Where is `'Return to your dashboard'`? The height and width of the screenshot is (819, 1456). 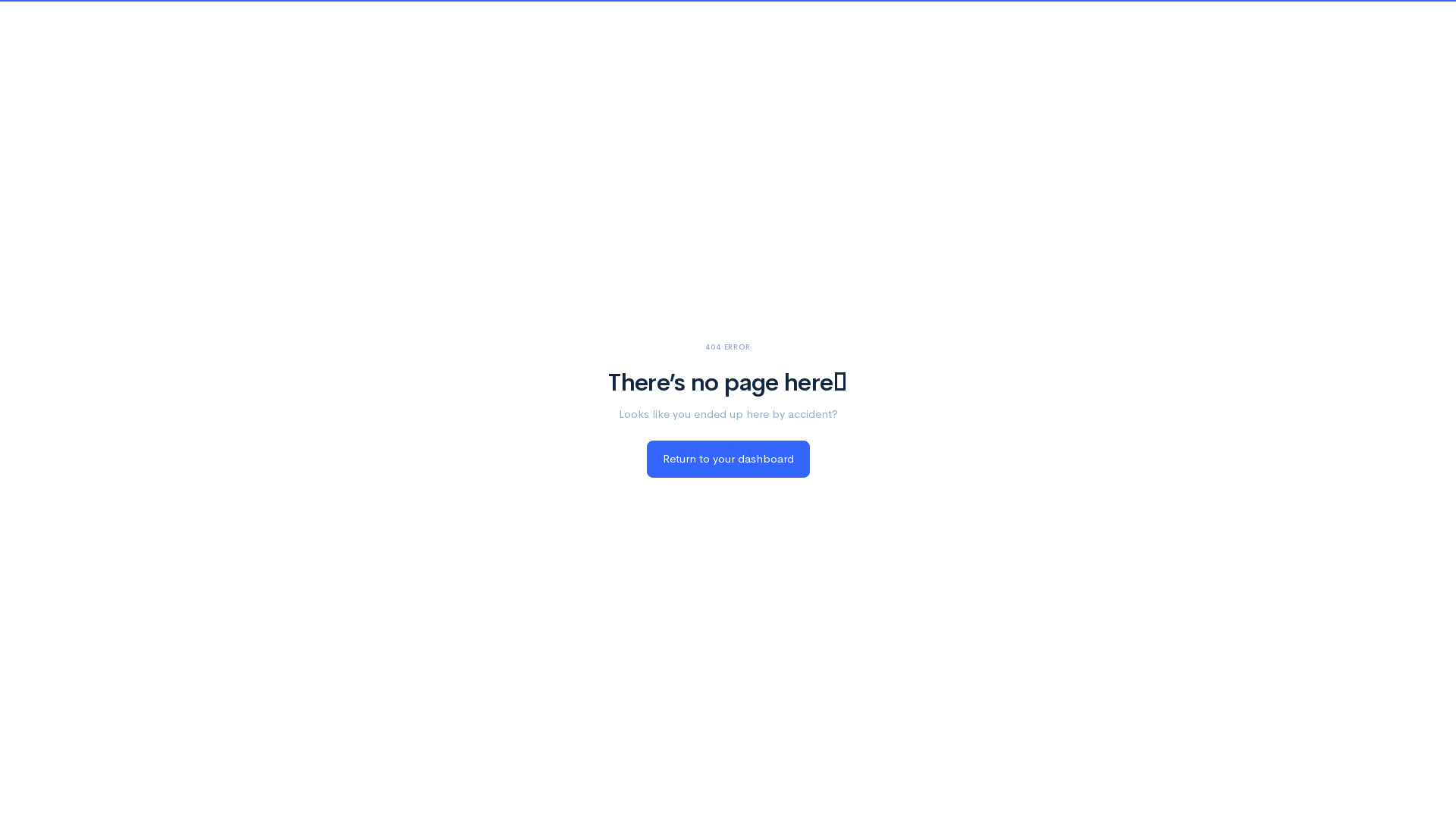
'Return to your dashboard' is located at coordinates (726, 458).